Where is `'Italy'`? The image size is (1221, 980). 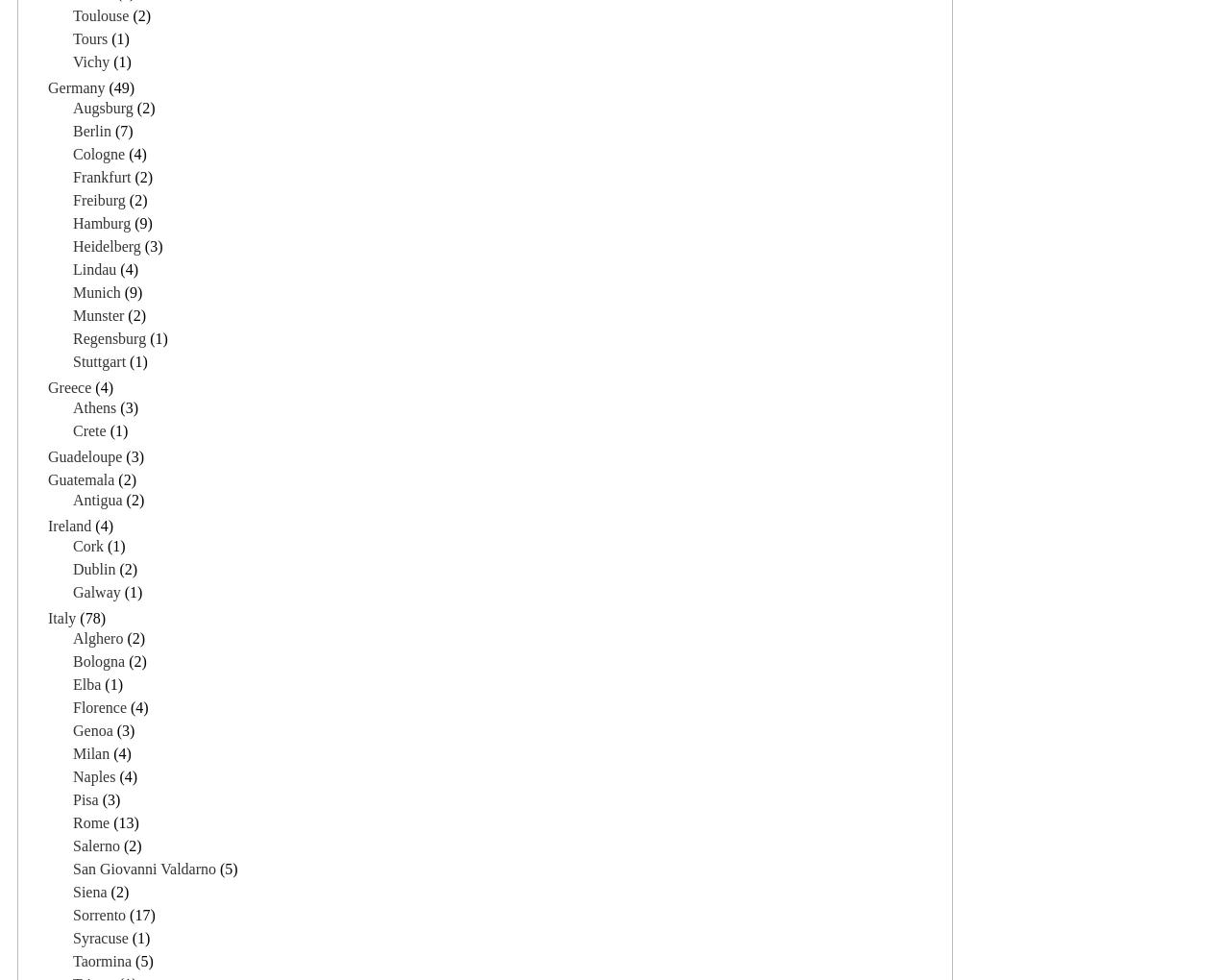
'Italy' is located at coordinates (61, 617).